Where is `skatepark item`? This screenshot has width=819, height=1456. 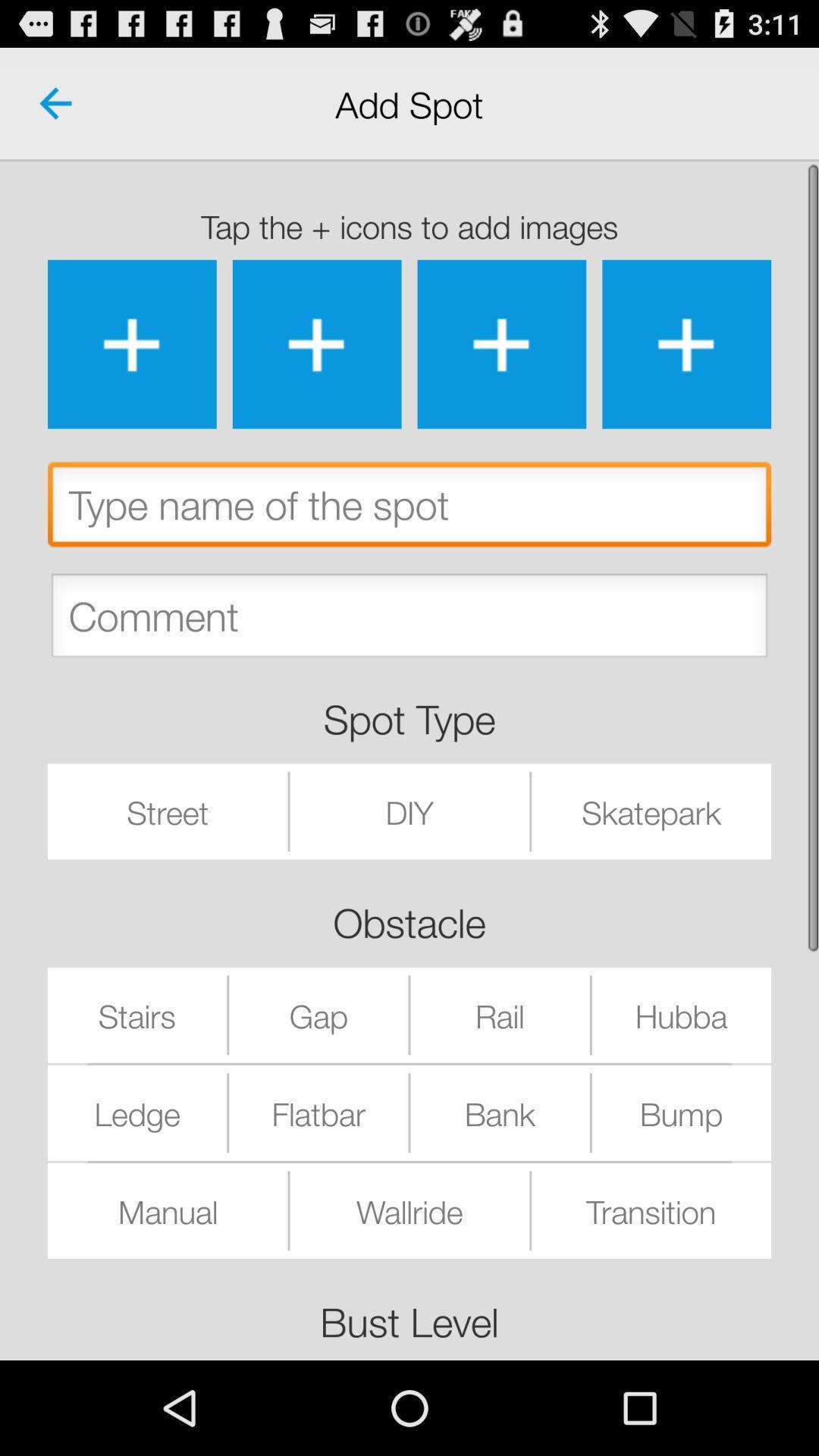 skatepark item is located at coordinates (651, 811).